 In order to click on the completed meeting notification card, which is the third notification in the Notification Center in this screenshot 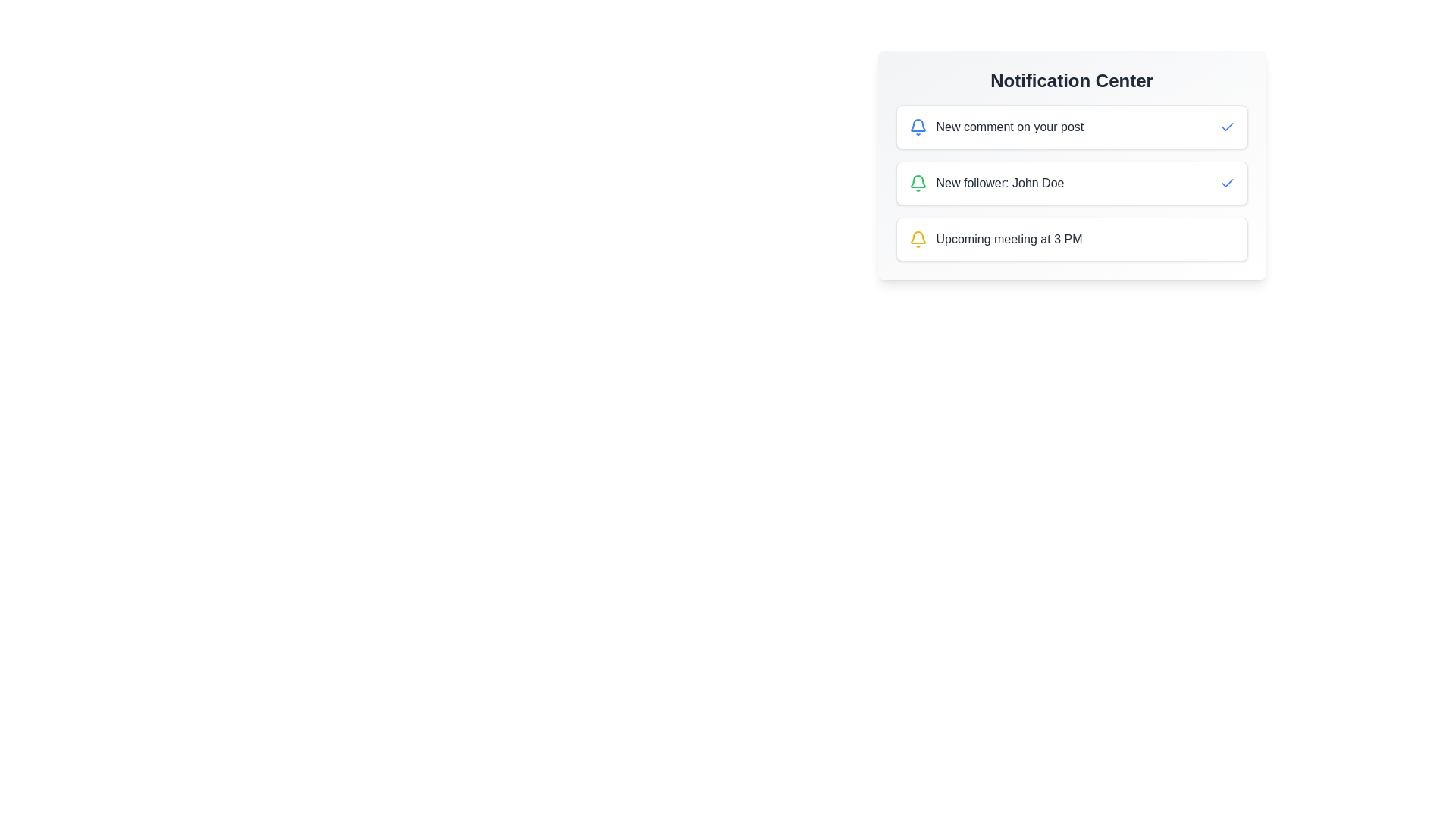, I will do `click(1071, 239)`.